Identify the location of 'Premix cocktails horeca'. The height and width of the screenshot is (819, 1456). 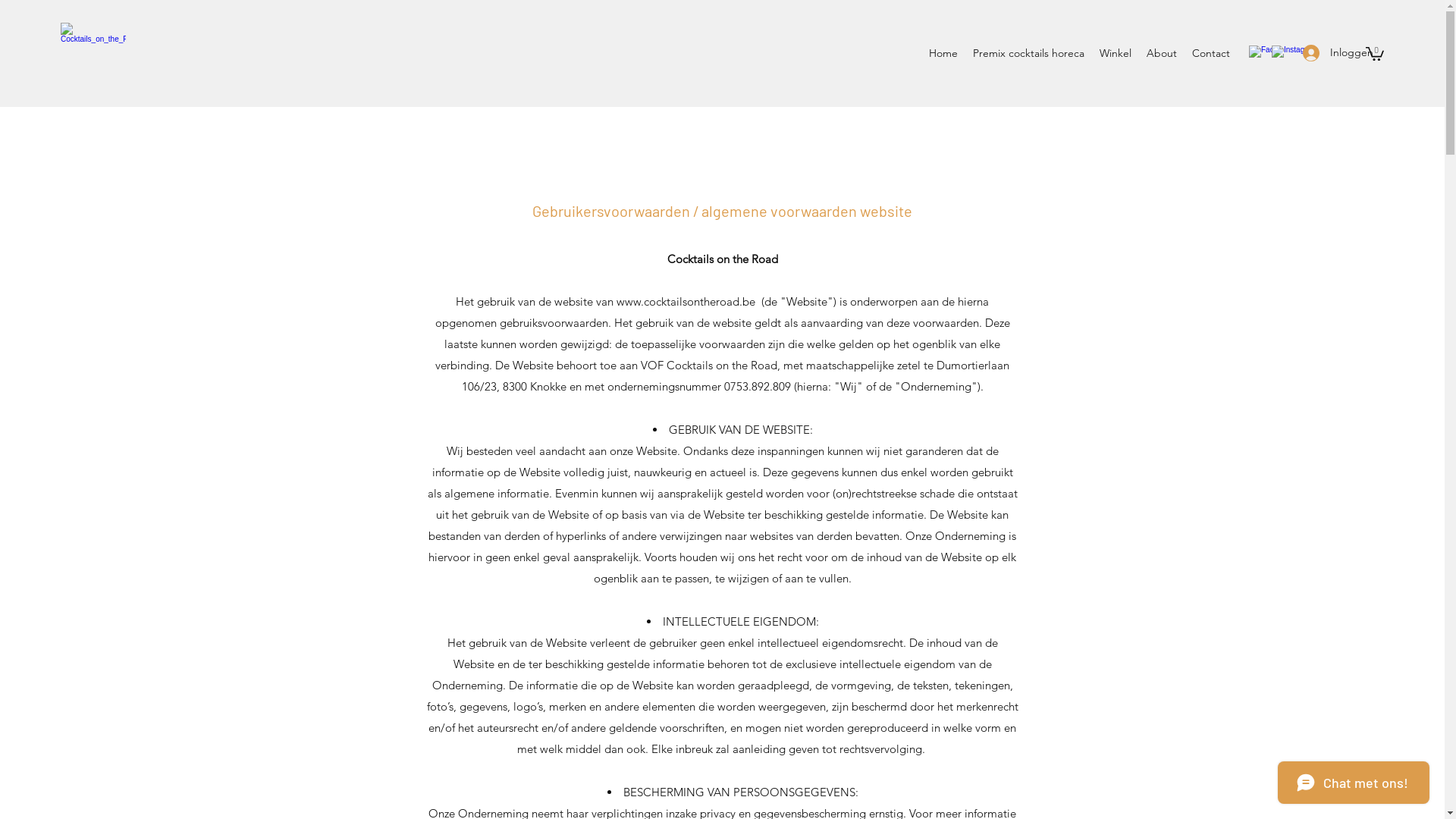
(1028, 52).